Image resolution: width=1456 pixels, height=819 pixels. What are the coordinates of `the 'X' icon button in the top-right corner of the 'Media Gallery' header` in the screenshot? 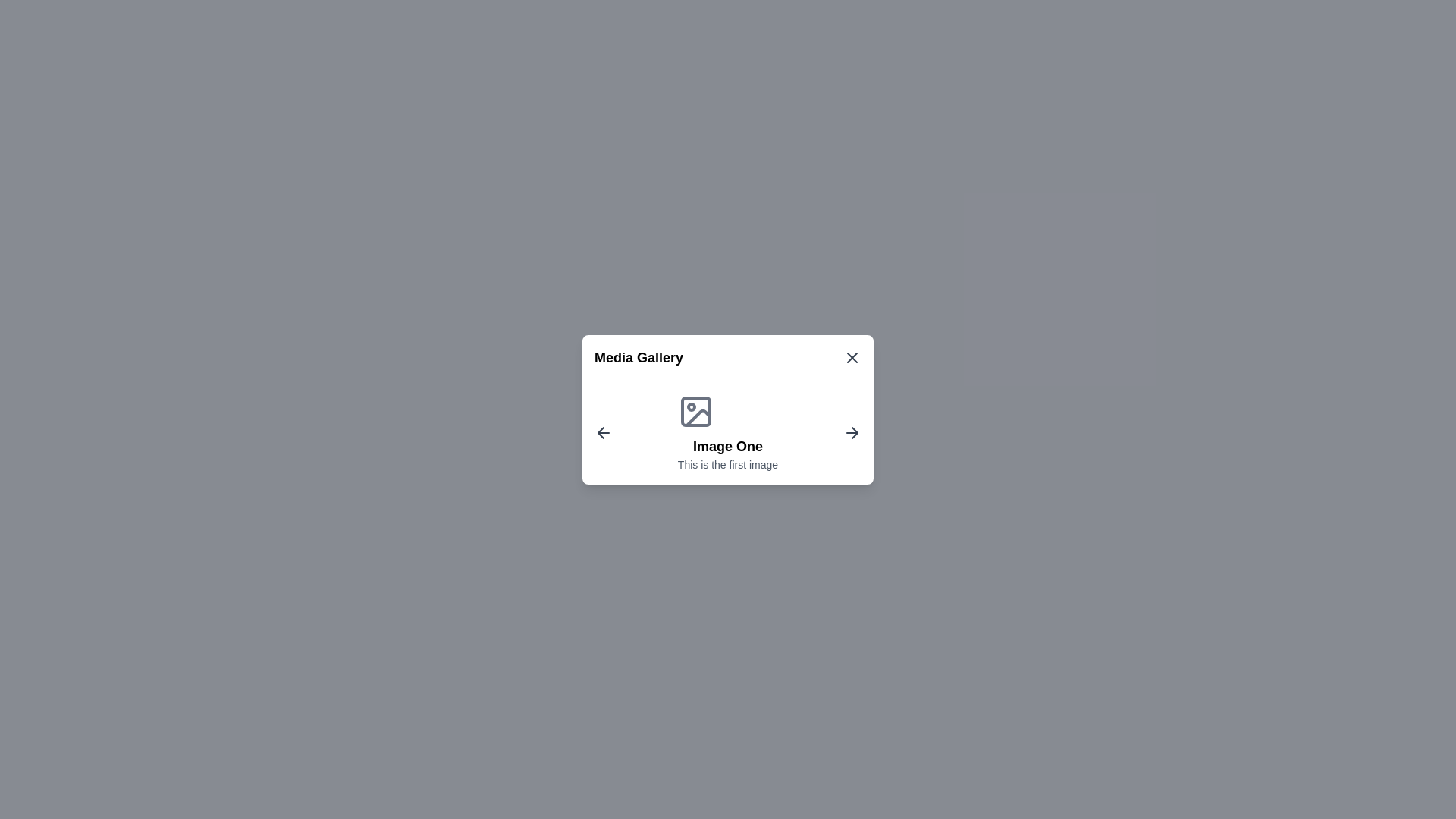 It's located at (852, 356).